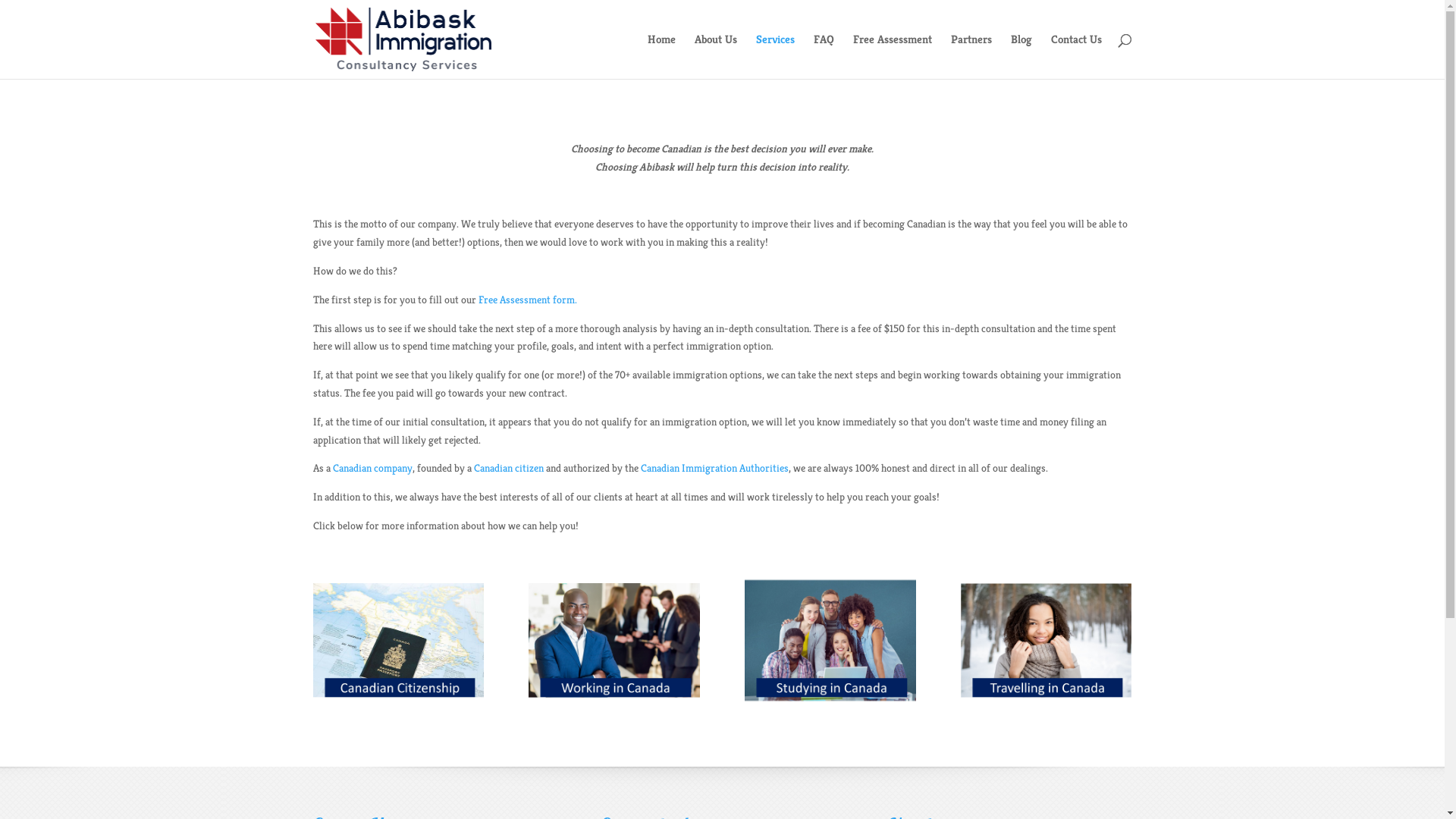 The height and width of the screenshot is (819, 1456). I want to click on 'FAQ', so click(811, 55).